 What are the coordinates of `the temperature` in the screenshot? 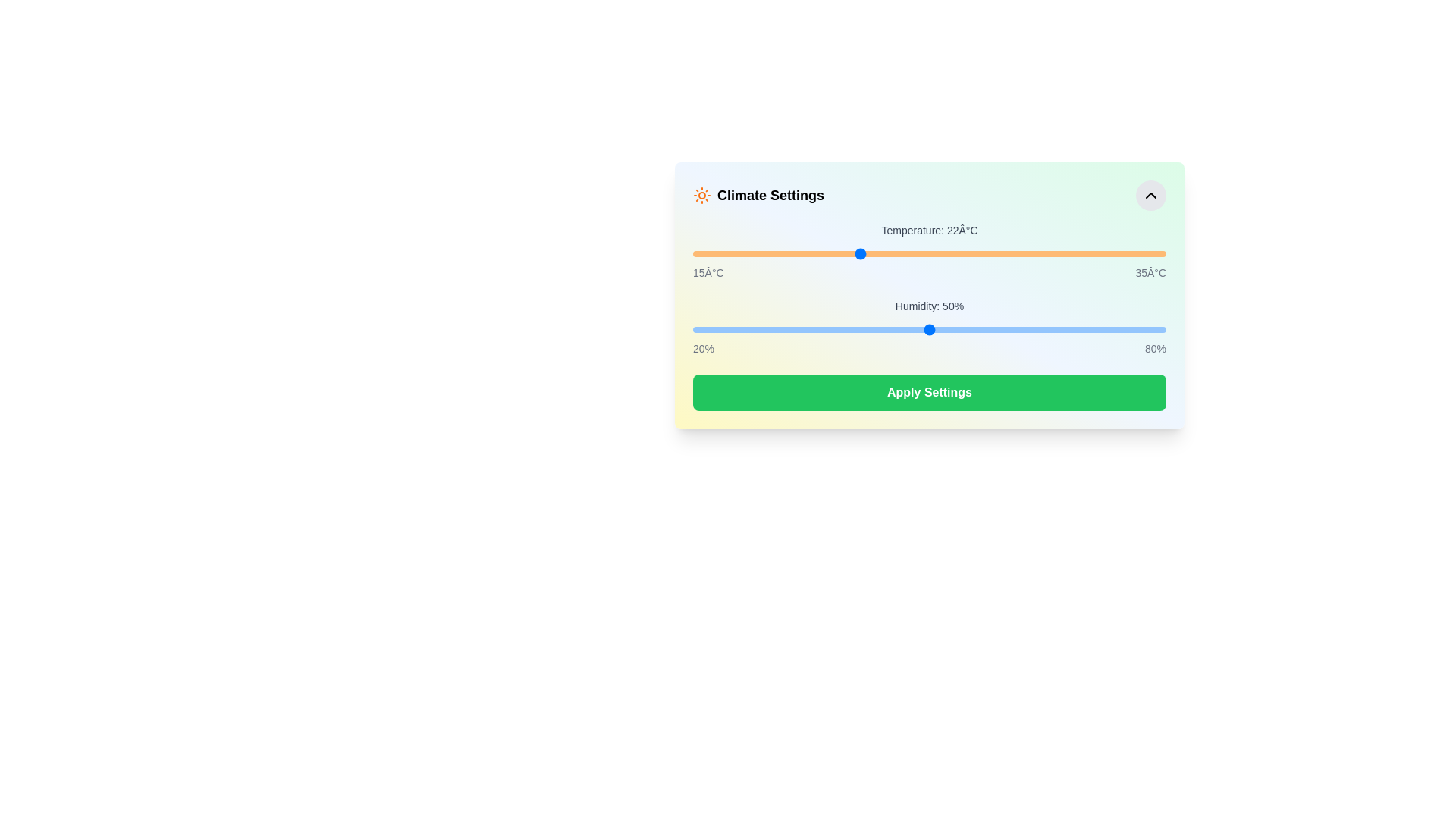 It's located at (716, 253).